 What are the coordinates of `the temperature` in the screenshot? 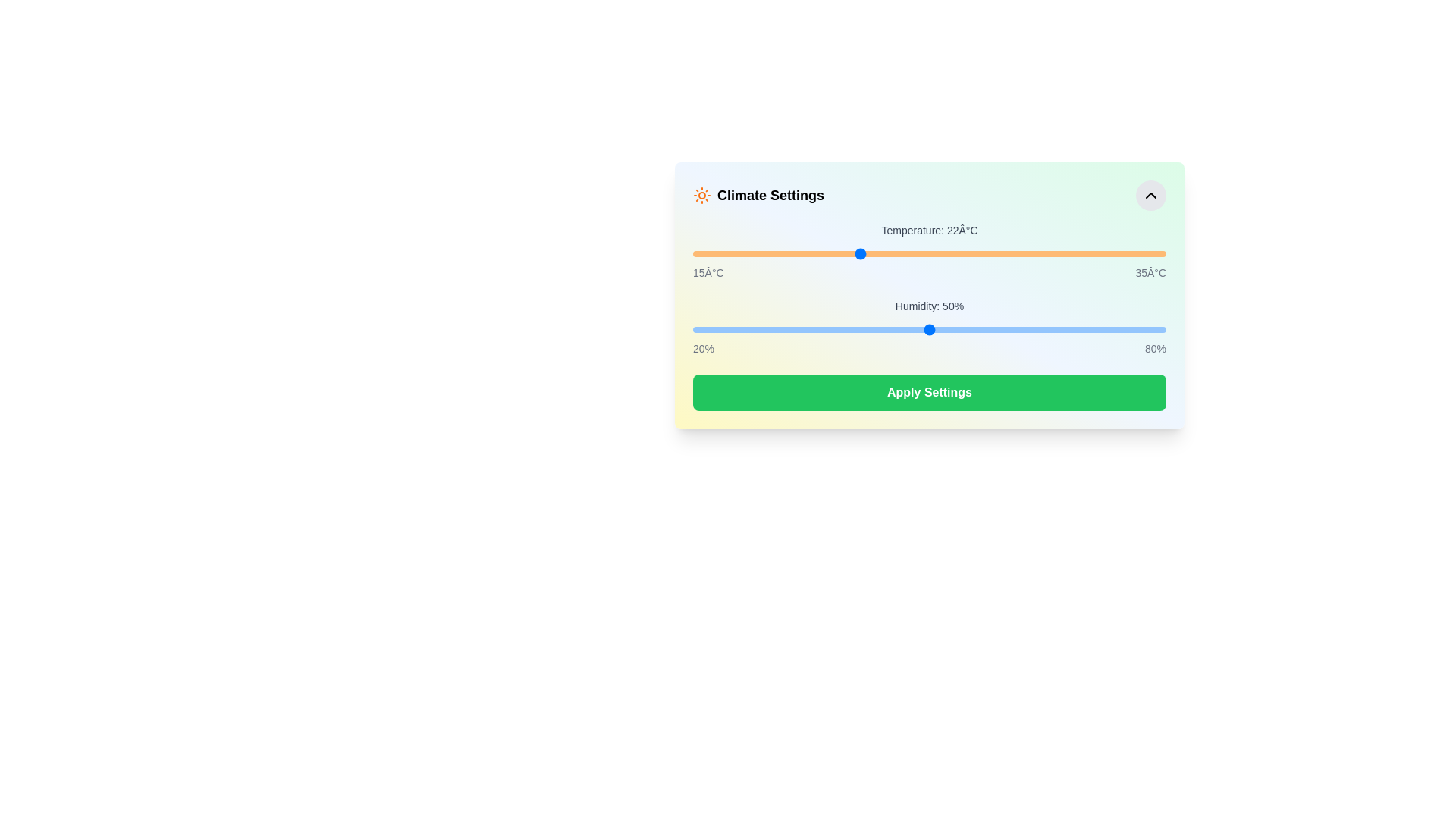 It's located at (716, 253).